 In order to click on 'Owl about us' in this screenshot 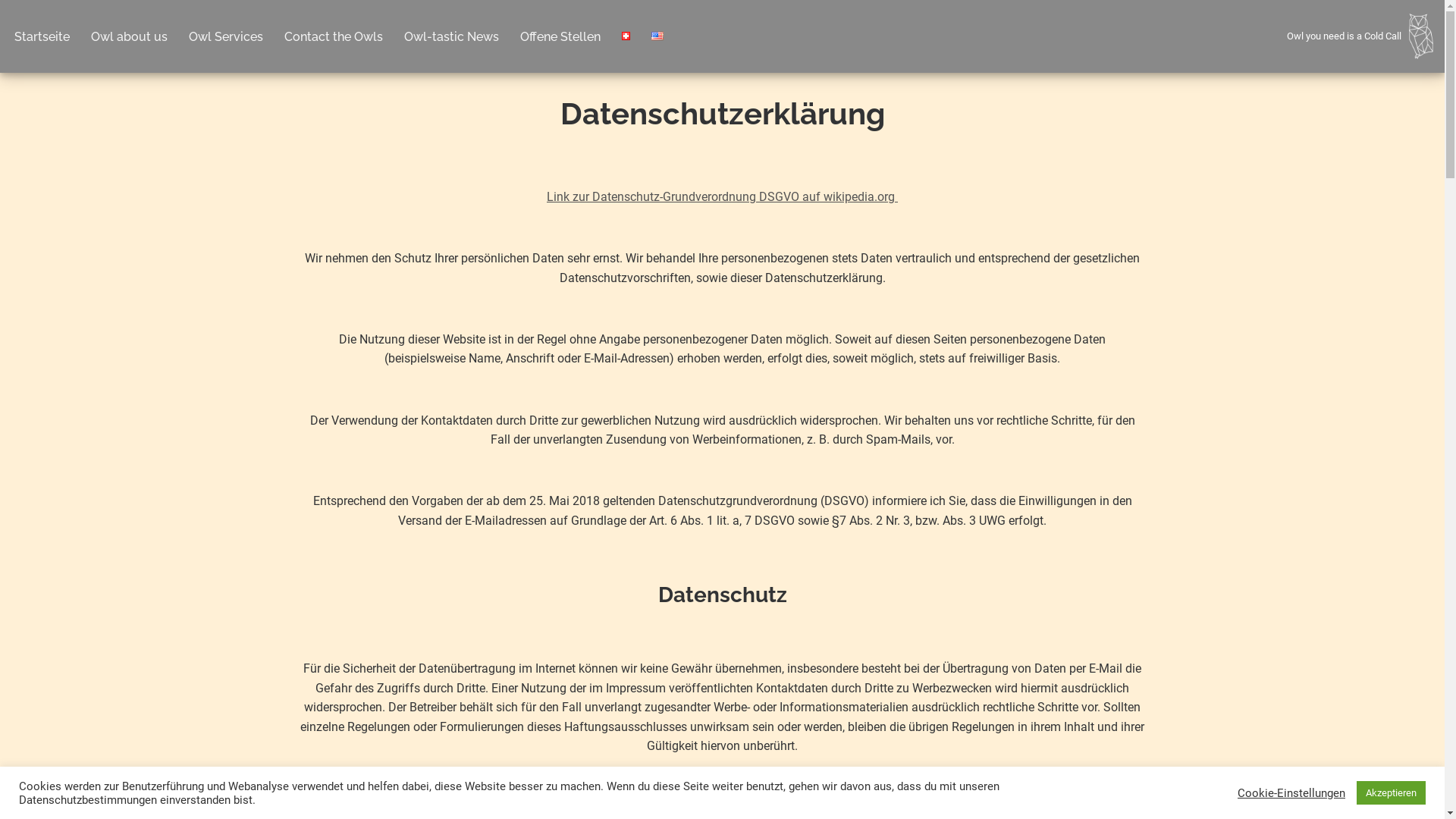, I will do `click(129, 36)`.